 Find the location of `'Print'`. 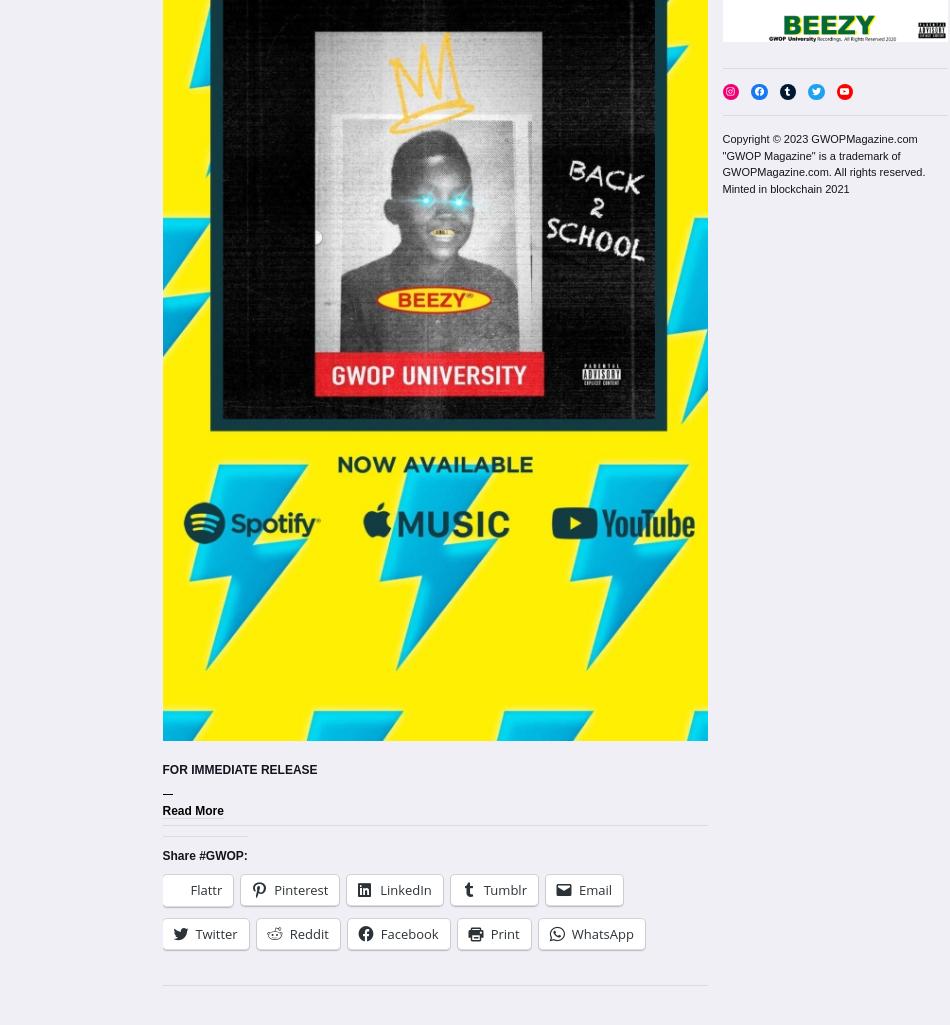

'Print' is located at coordinates (504, 933).